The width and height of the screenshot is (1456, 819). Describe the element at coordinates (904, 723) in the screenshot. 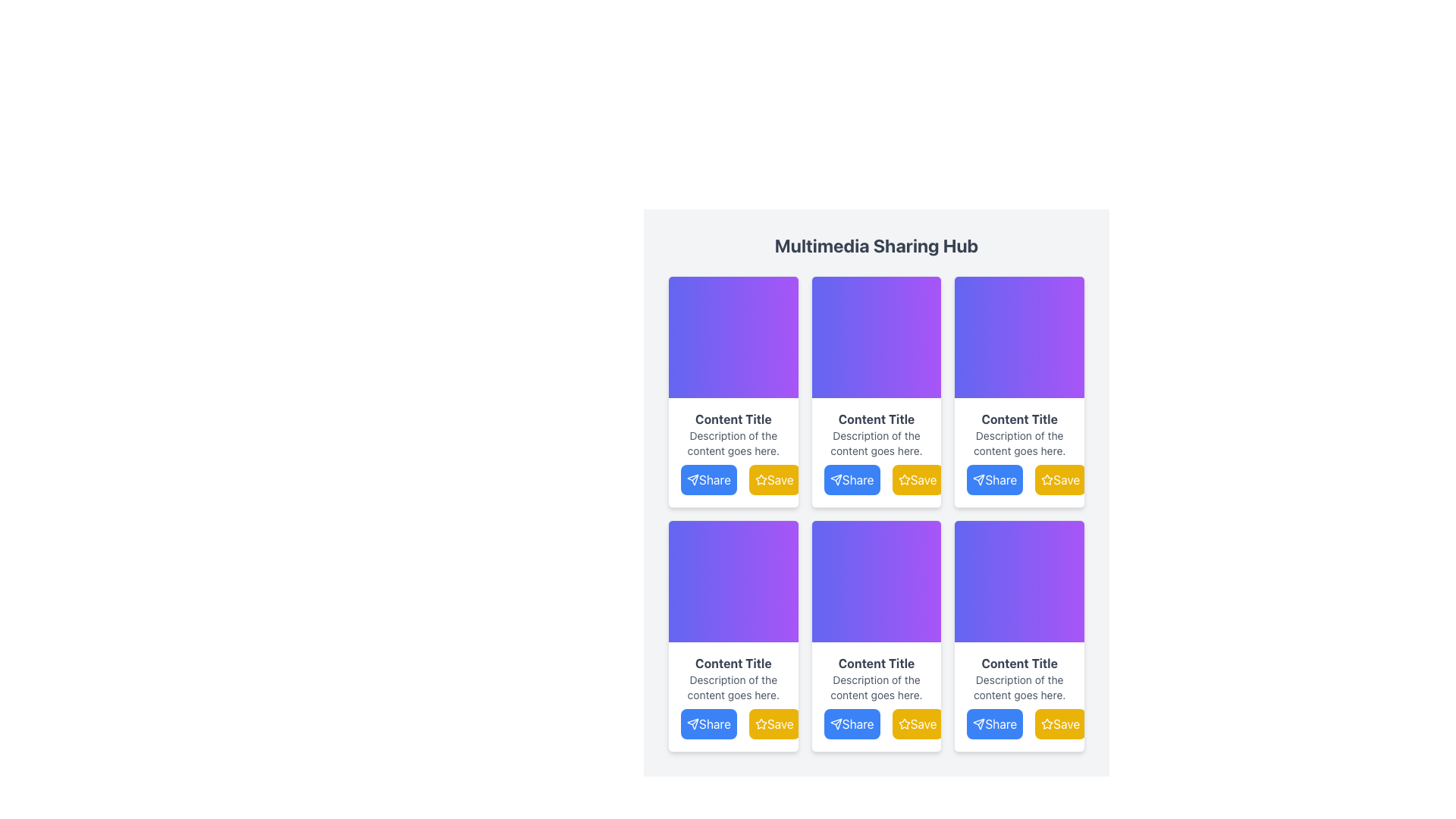

I see `the star icon button, which is a yellow star-shaped icon located in the bottom-right corner of the fourth content card` at that location.